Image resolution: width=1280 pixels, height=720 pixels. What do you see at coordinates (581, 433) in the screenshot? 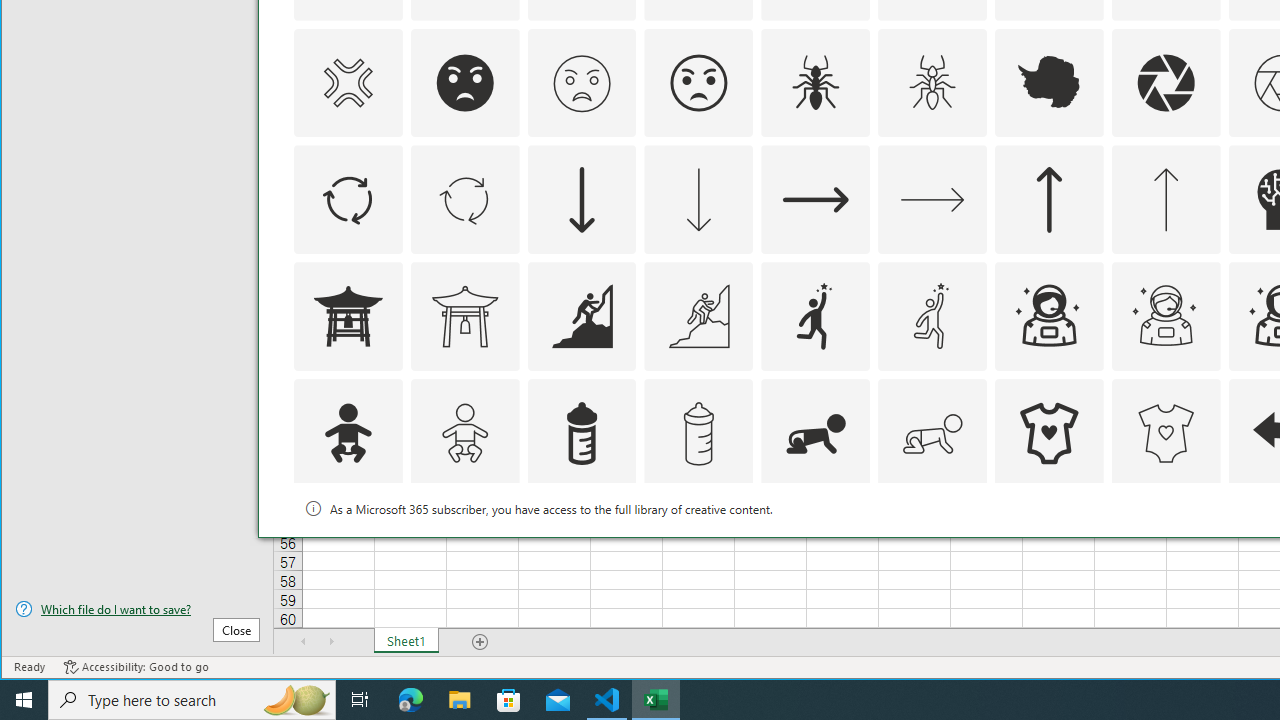
I see `'AutomationID: Icons_BabyBottle'` at bounding box center [581, 433].